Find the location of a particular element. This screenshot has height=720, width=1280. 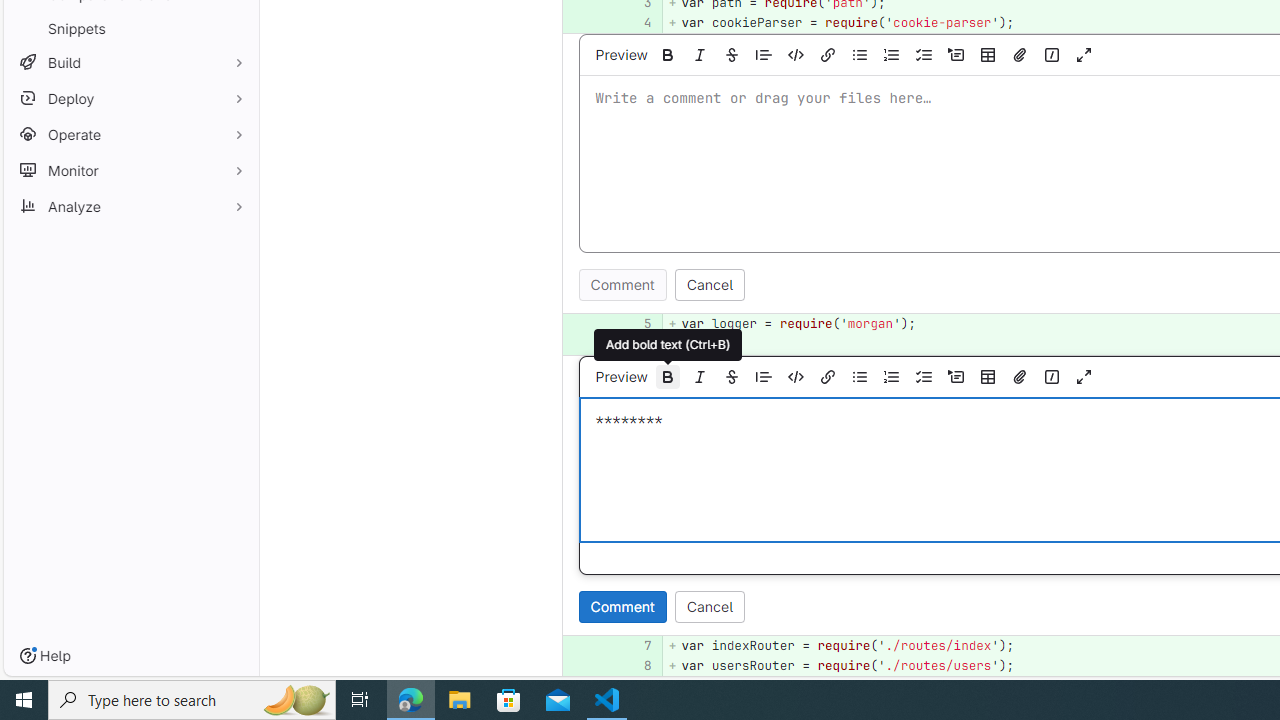

'6' is located at coordinates (636, 343).